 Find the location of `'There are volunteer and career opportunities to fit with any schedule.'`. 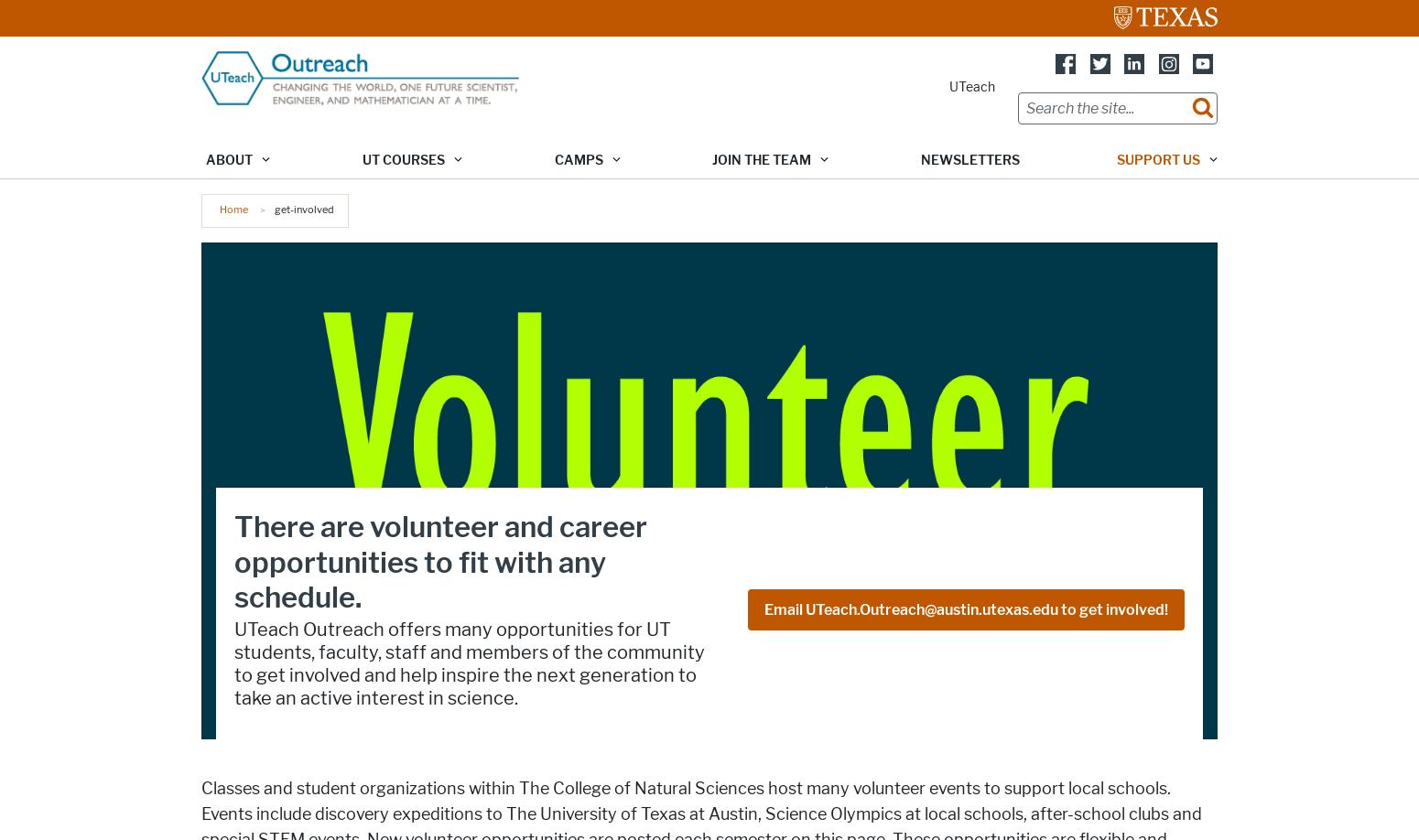

'There are volunteer and career opportunities to fit with any schedule.' is located at coordinates (439, 561).